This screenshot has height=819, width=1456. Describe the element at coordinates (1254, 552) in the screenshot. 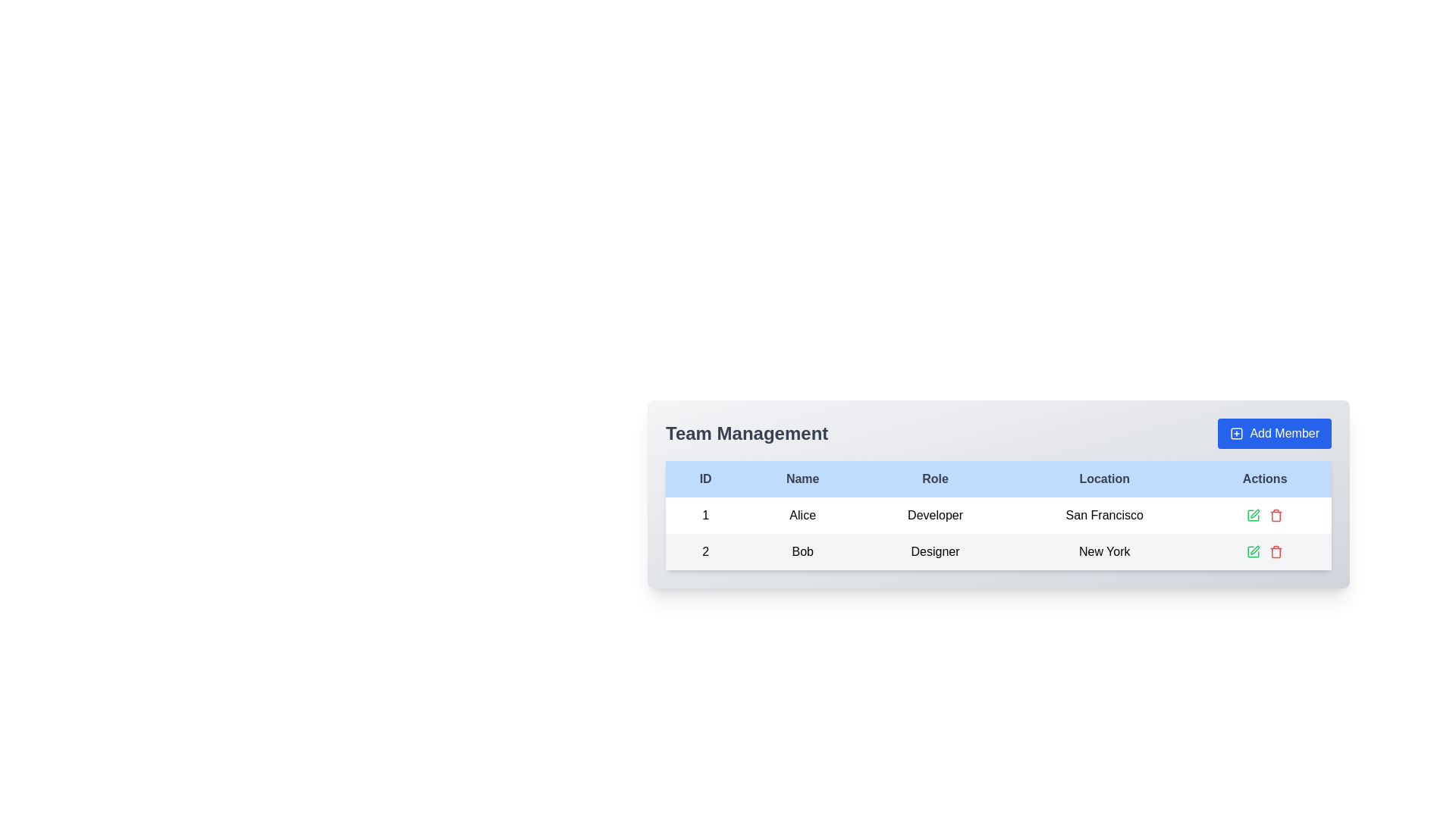

I see `the 'Edit' icon represented by a green pencil in the Actions column of the second row to invoke the editing process` at that location.